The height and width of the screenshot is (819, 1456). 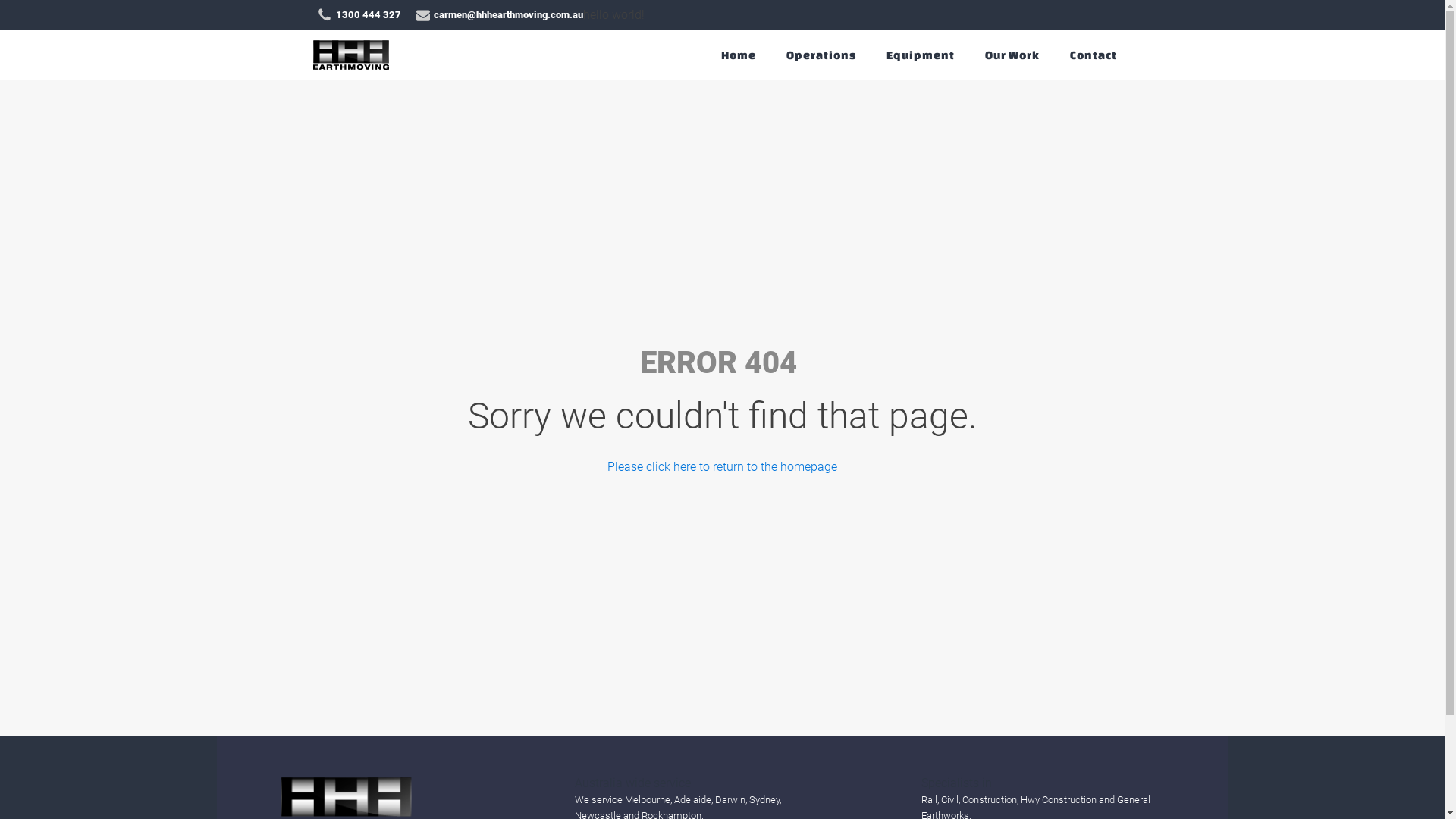 What do you see at coordinates (315, 14) in the screenshot?
I see `'1300 444 327'` at bounding box center [315, 14].